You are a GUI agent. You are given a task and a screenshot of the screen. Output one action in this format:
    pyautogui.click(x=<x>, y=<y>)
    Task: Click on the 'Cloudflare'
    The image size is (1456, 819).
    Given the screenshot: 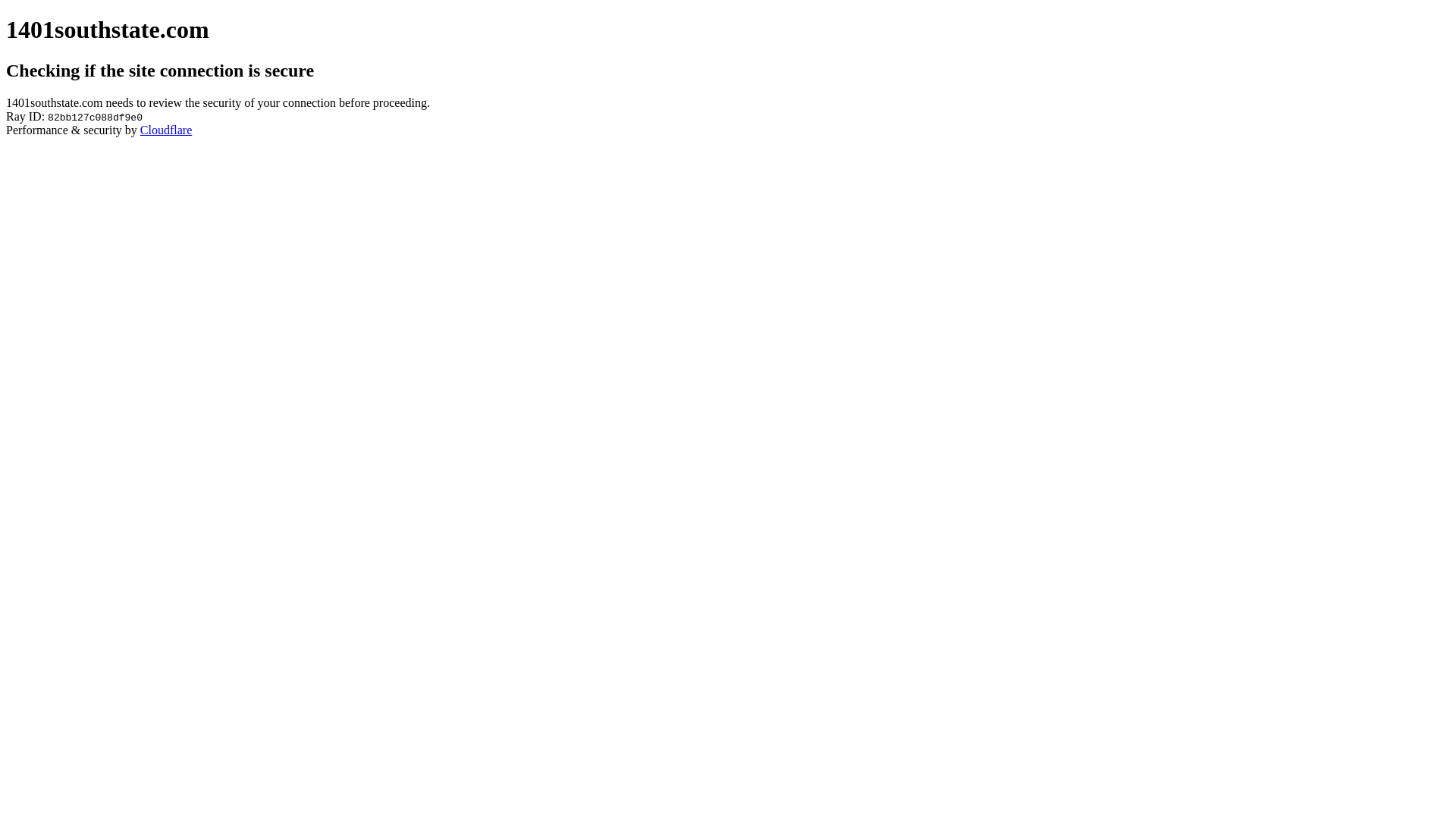 What is the action you would take?
    pyautogui.click(x=166, y=129)
    